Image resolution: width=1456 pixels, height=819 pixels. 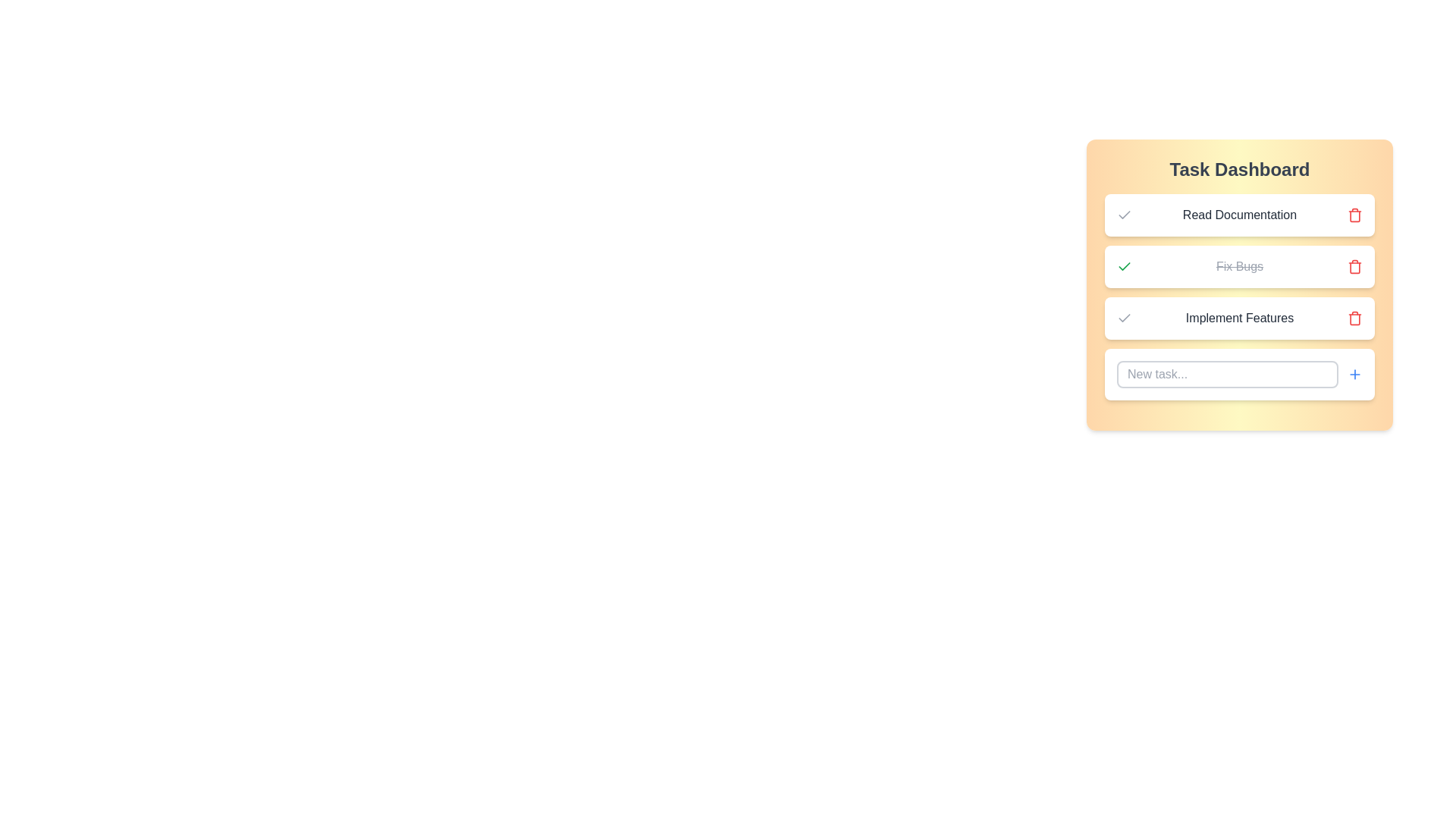 What do you see at coordinates (1354, 215) in the screenshot?
I see `the 'Trash' button of the task identified by Read Documentation to remove it` at bounding box center [1354, 215].